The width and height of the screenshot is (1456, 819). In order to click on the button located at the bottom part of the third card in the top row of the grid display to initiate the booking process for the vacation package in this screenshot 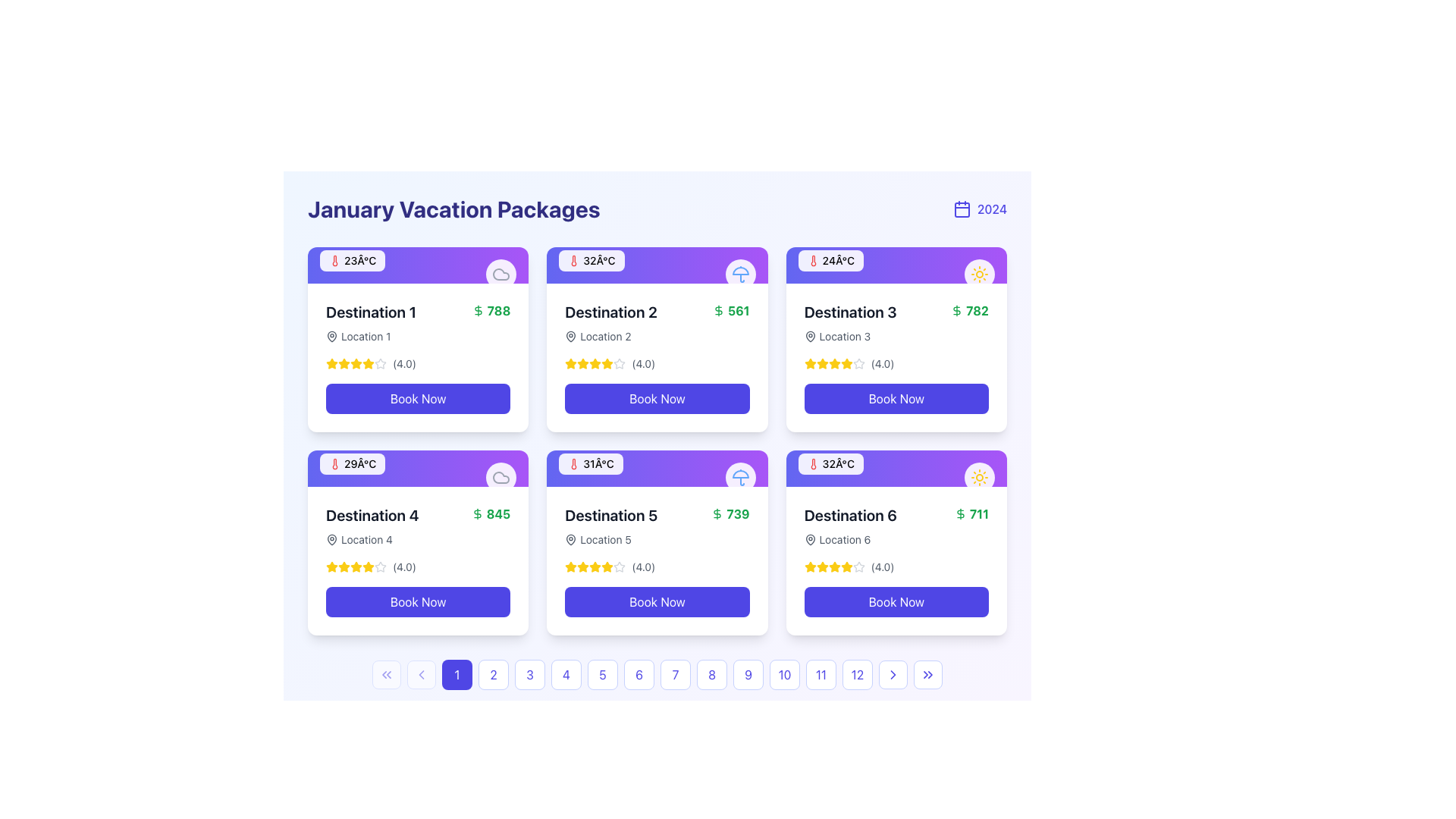, I will do `click(896, 397)`.